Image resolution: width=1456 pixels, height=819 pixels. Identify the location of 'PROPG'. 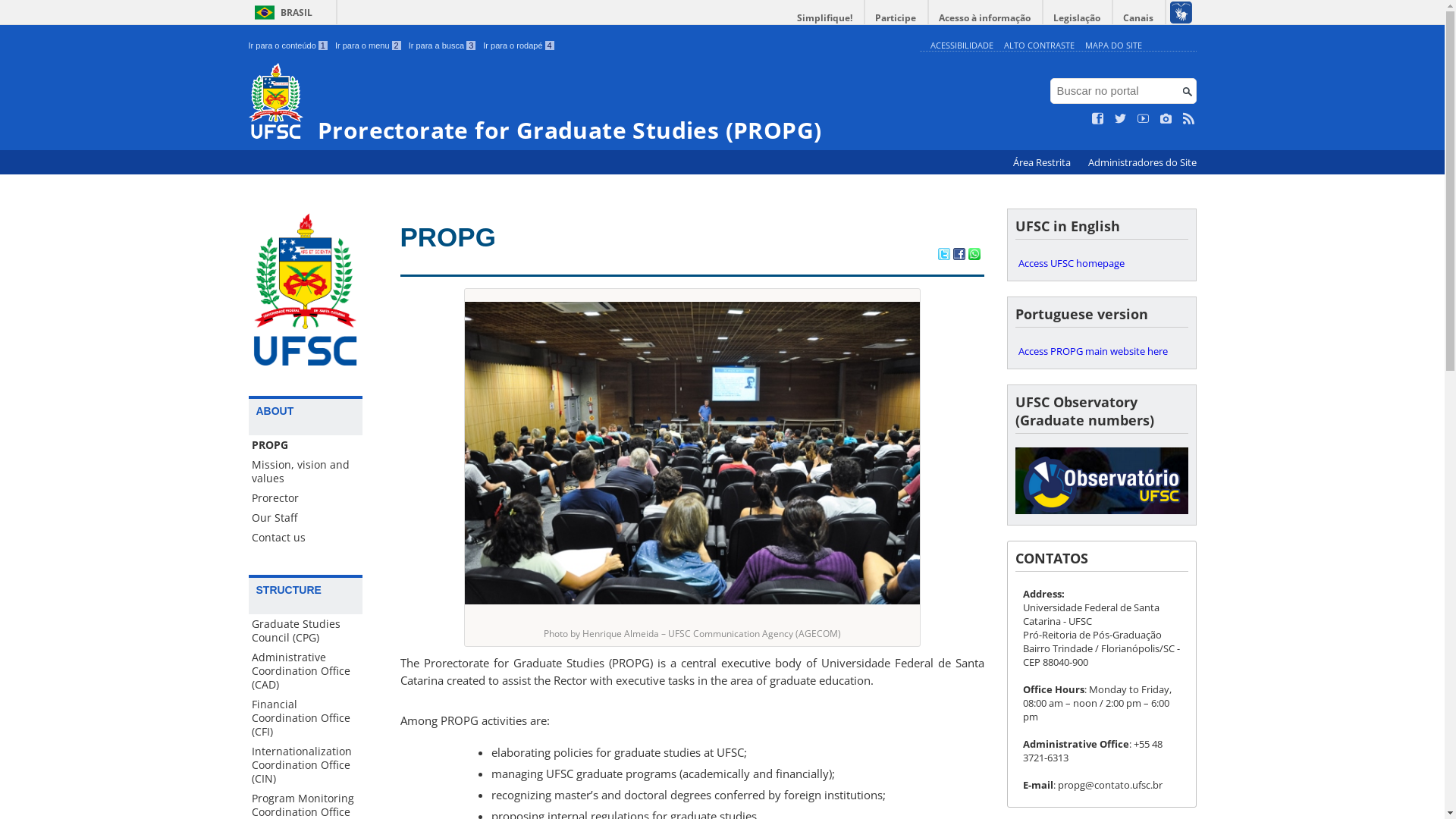
(305, 444).